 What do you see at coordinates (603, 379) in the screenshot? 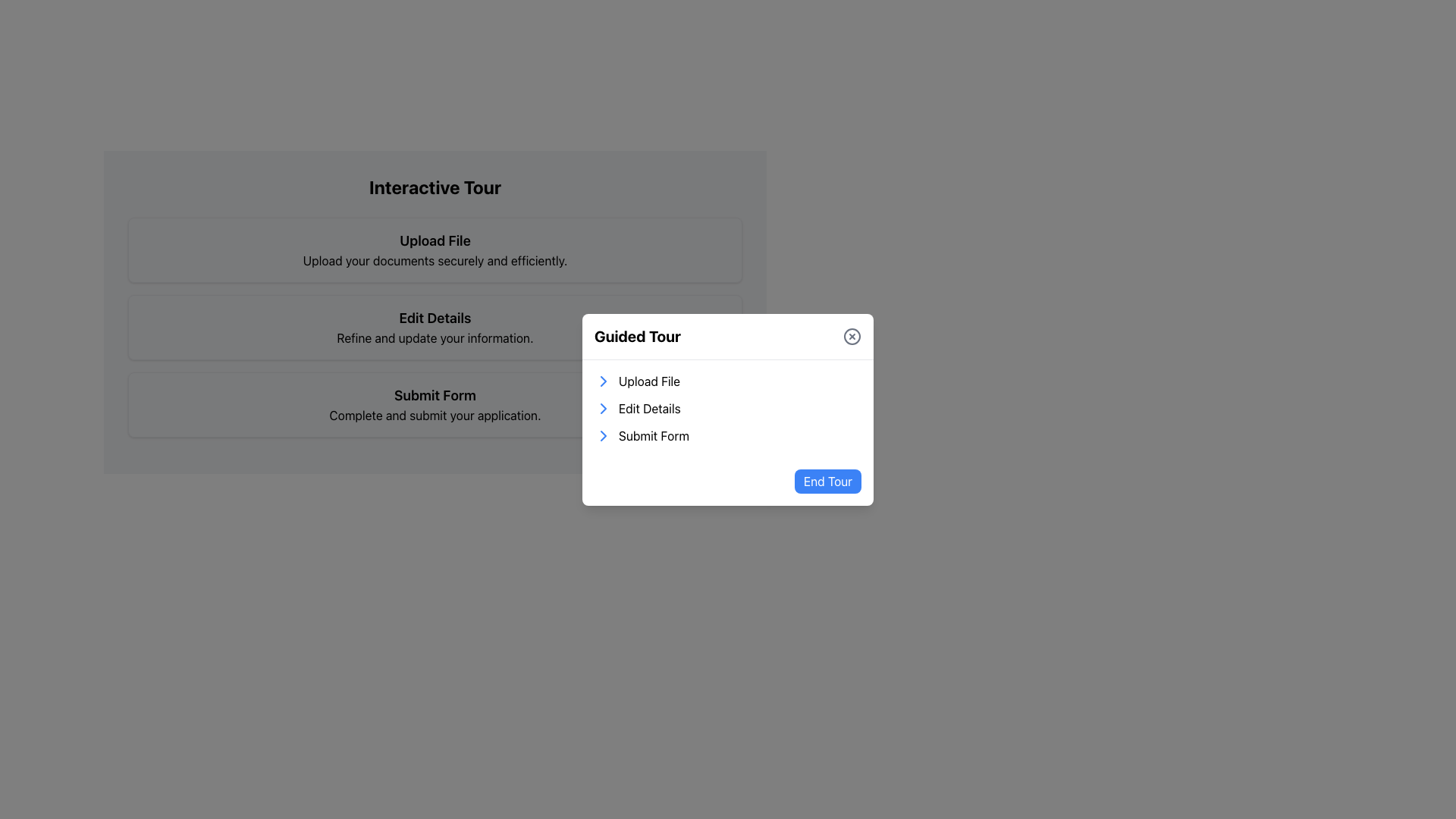
I see `the chevron icon located to the left of the 'Upload File' text in the first row of the list within the 'Guided Tour' modal` at bounding box center [603, 379].